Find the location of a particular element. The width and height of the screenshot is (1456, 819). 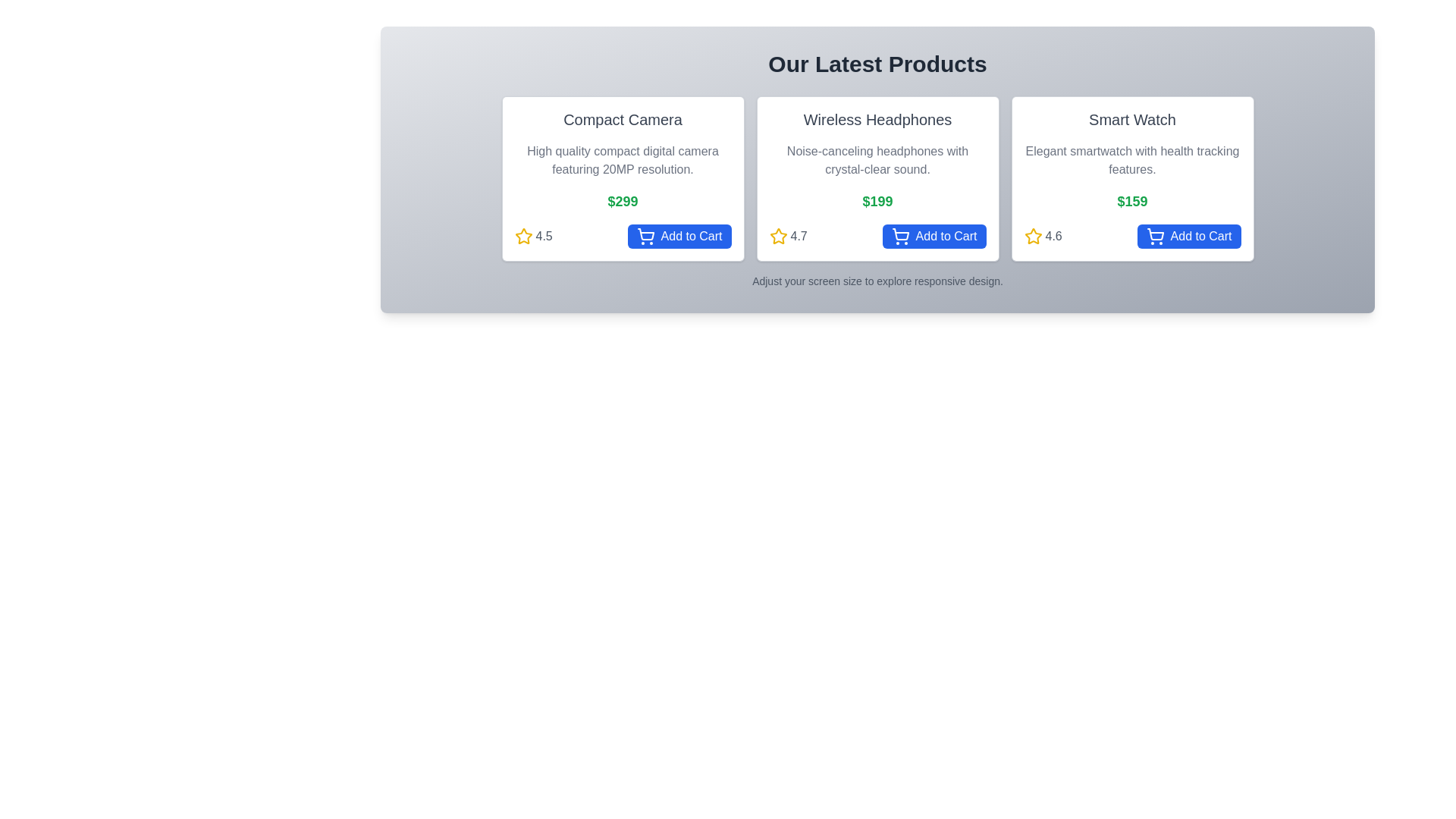

the descriptive text 'High quality compact digital camera featuring 20MP resolution.' within the product card for 'Compact Camera' is located at coordinates (623, 161).